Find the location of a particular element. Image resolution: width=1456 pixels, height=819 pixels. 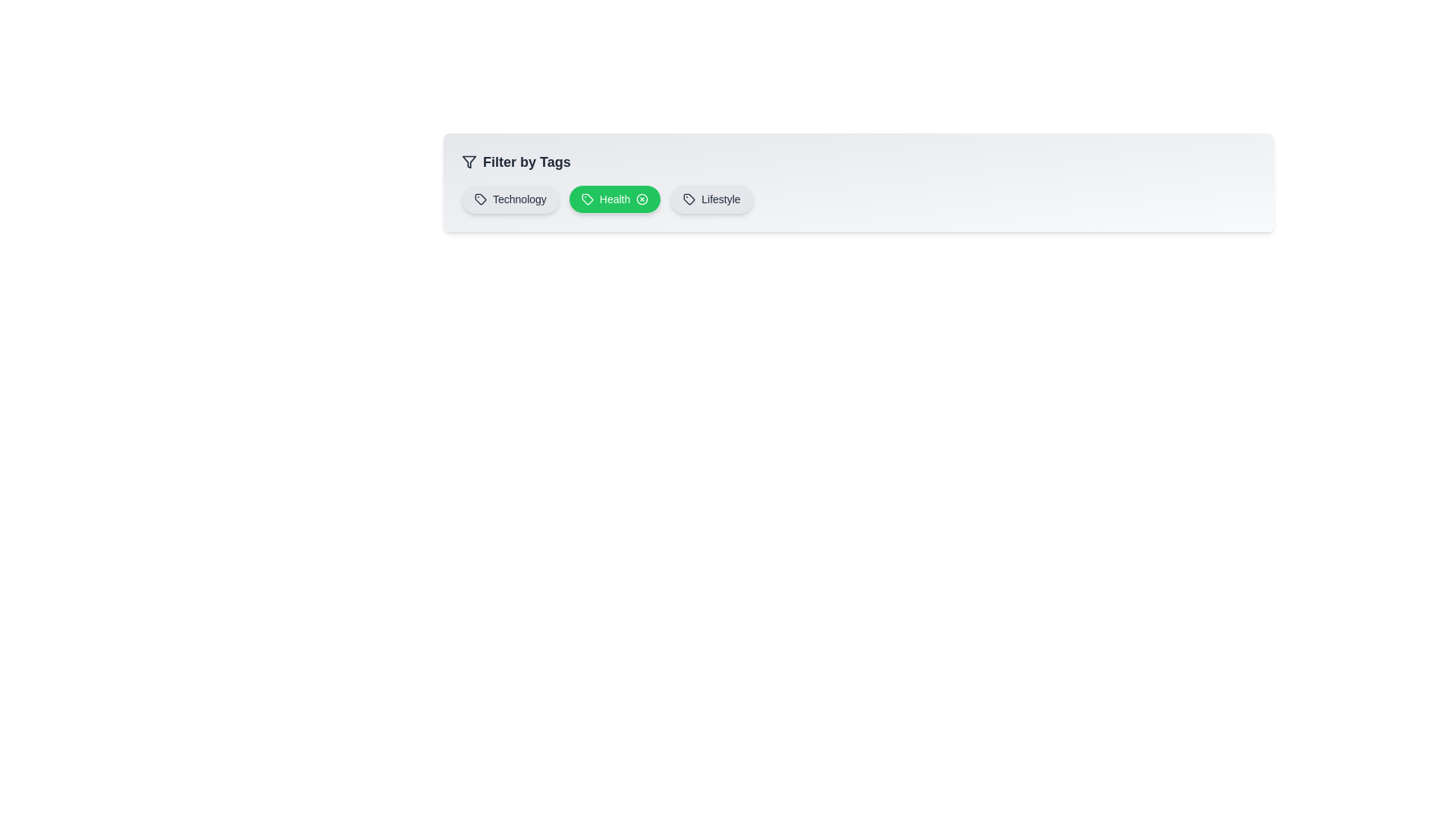

the tag Technology is located at coordinates (510, 198).